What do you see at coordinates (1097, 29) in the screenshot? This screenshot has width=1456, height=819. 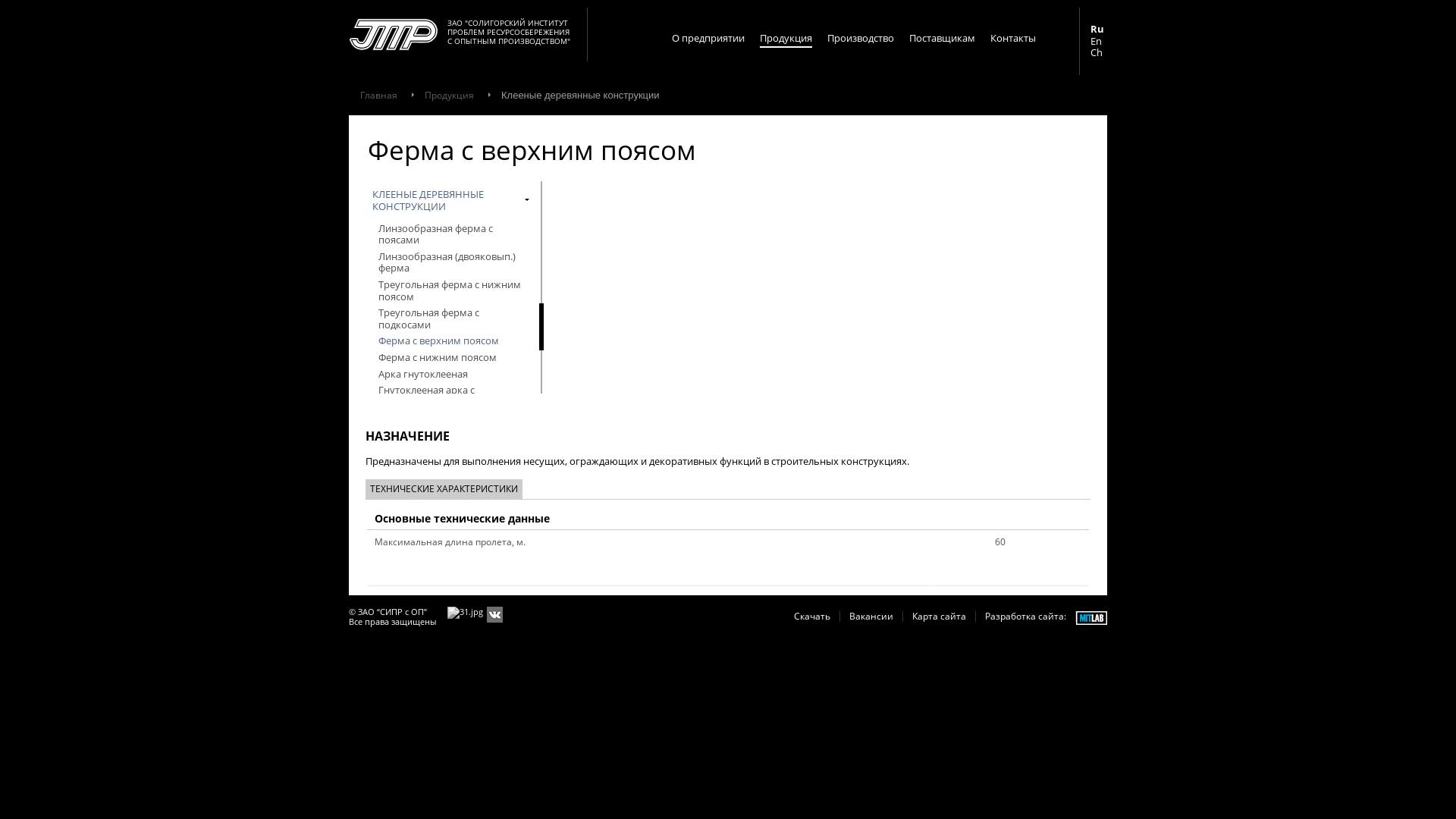 I see `'Ru'` at bounding box center [1097, 29].